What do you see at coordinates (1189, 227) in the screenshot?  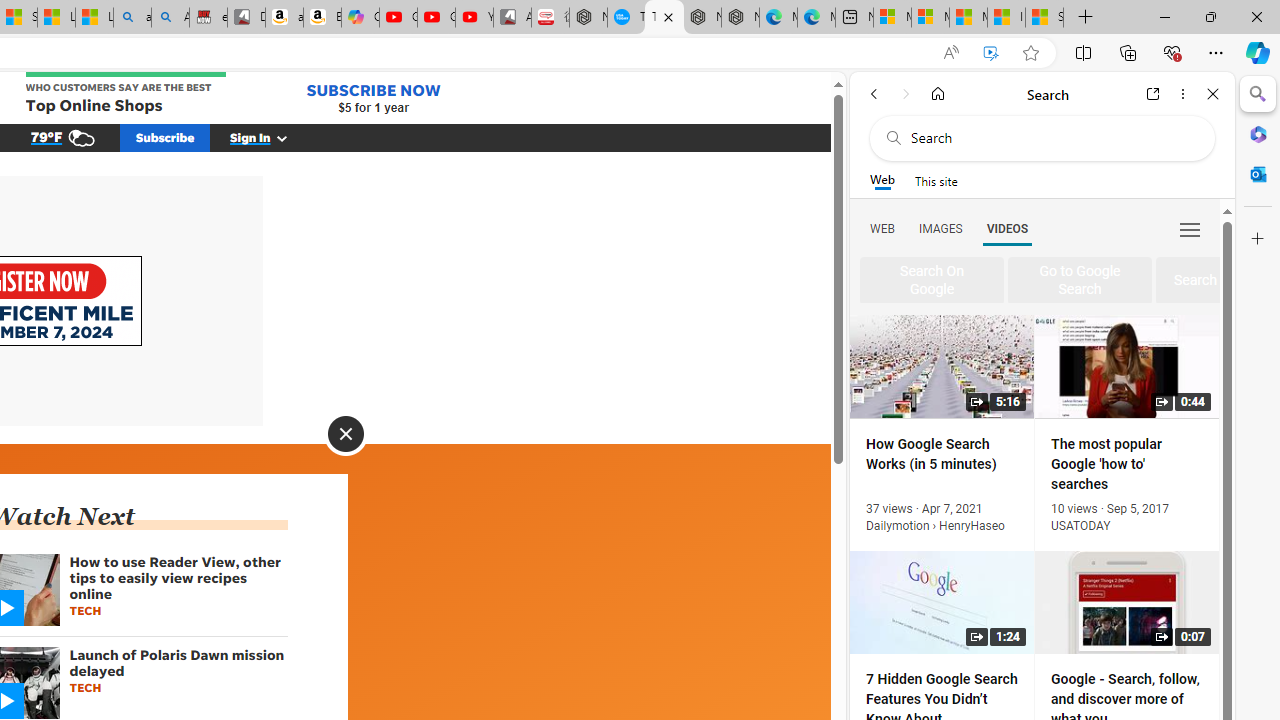 I see `'Preferences'` at bounding box center [1189, 227].